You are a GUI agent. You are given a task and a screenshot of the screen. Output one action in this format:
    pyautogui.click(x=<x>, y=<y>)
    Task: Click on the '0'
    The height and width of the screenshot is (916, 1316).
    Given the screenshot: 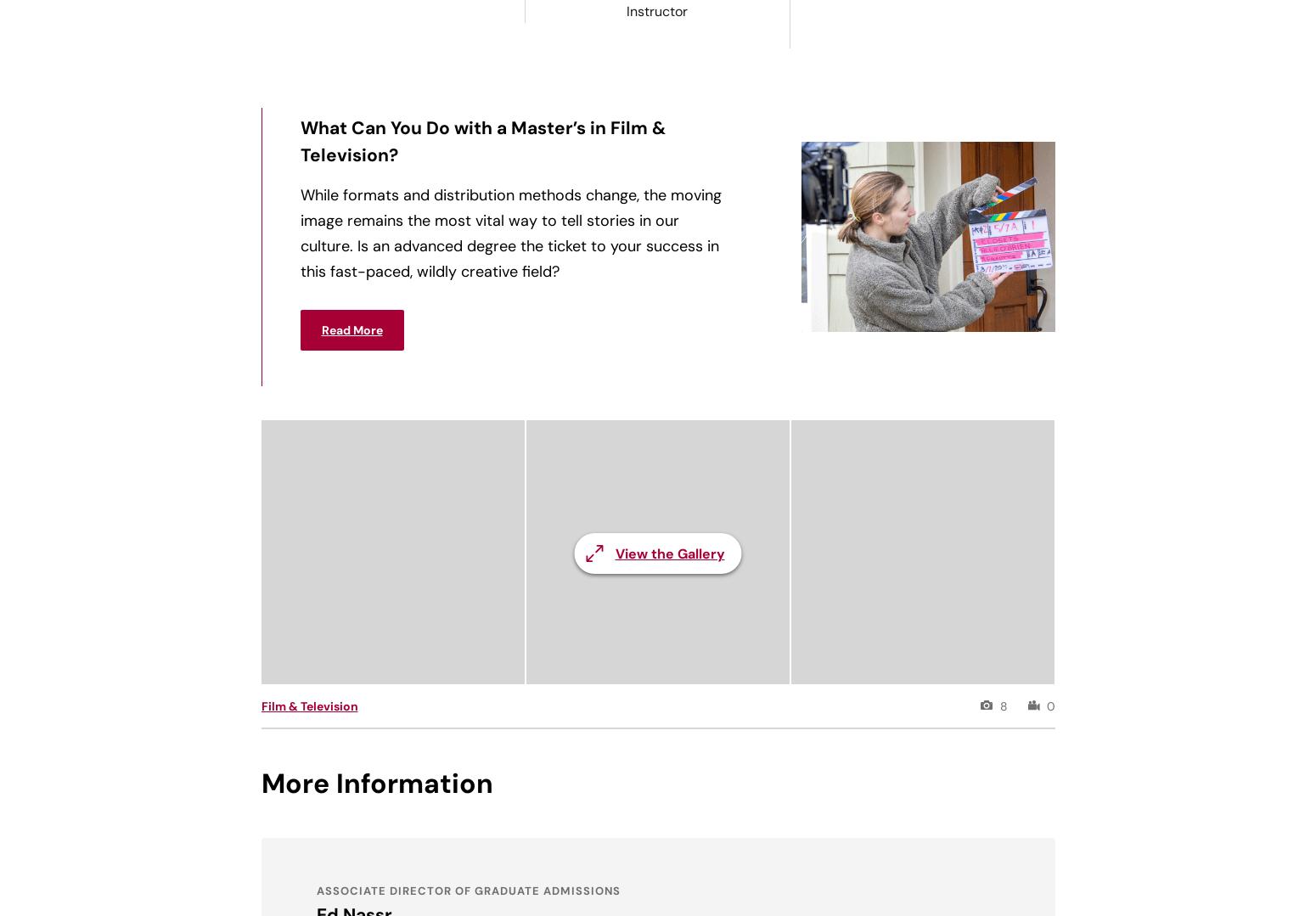 What is the action you would take?
    pyautogui.click(x=1045, y=705)
    